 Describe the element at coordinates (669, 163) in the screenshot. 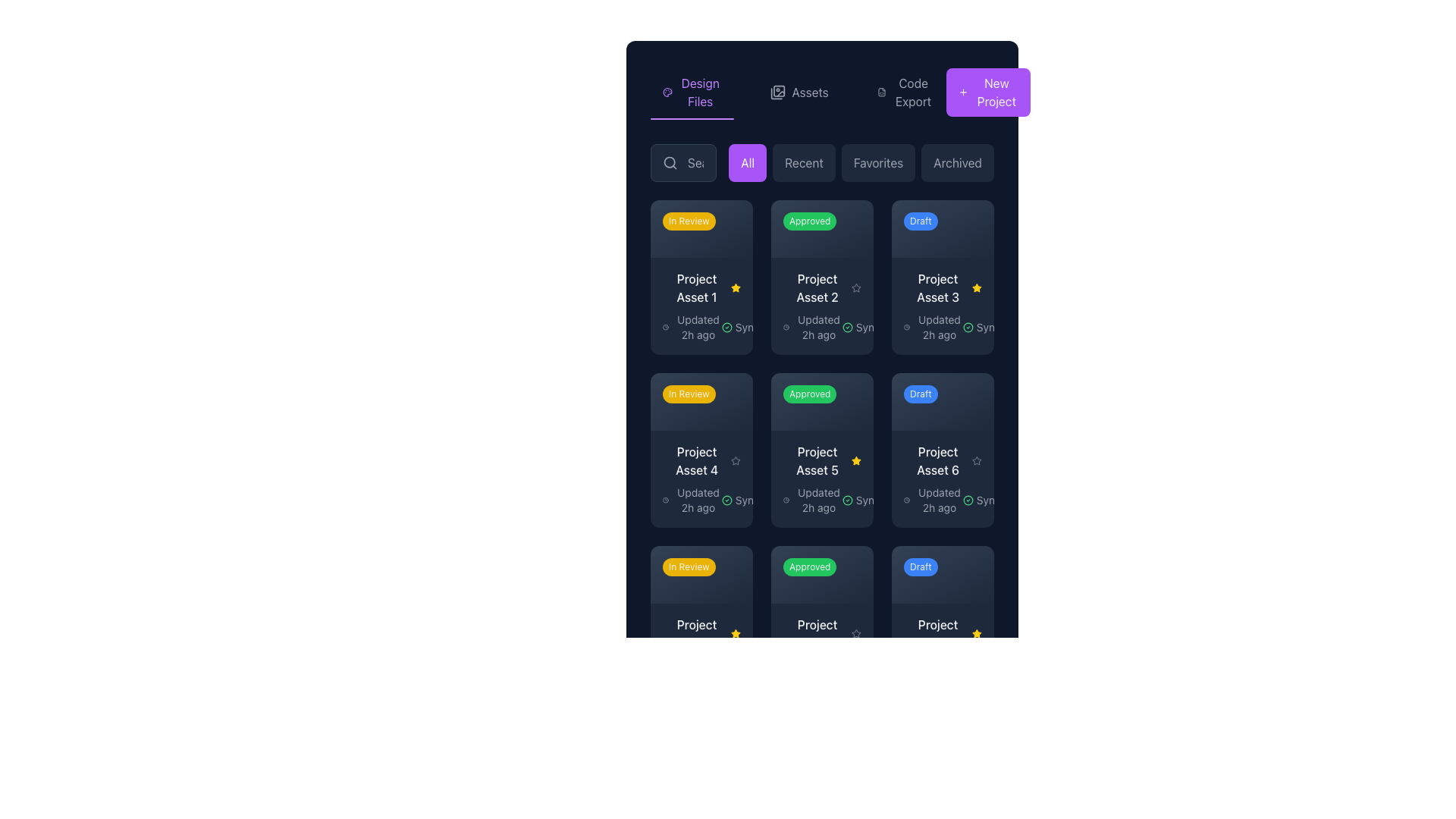

I see `the search icon located in the search input area, positioned on the top left of the interface, directly left of the text input field with the placeholder 'Search assets...'` at that location.